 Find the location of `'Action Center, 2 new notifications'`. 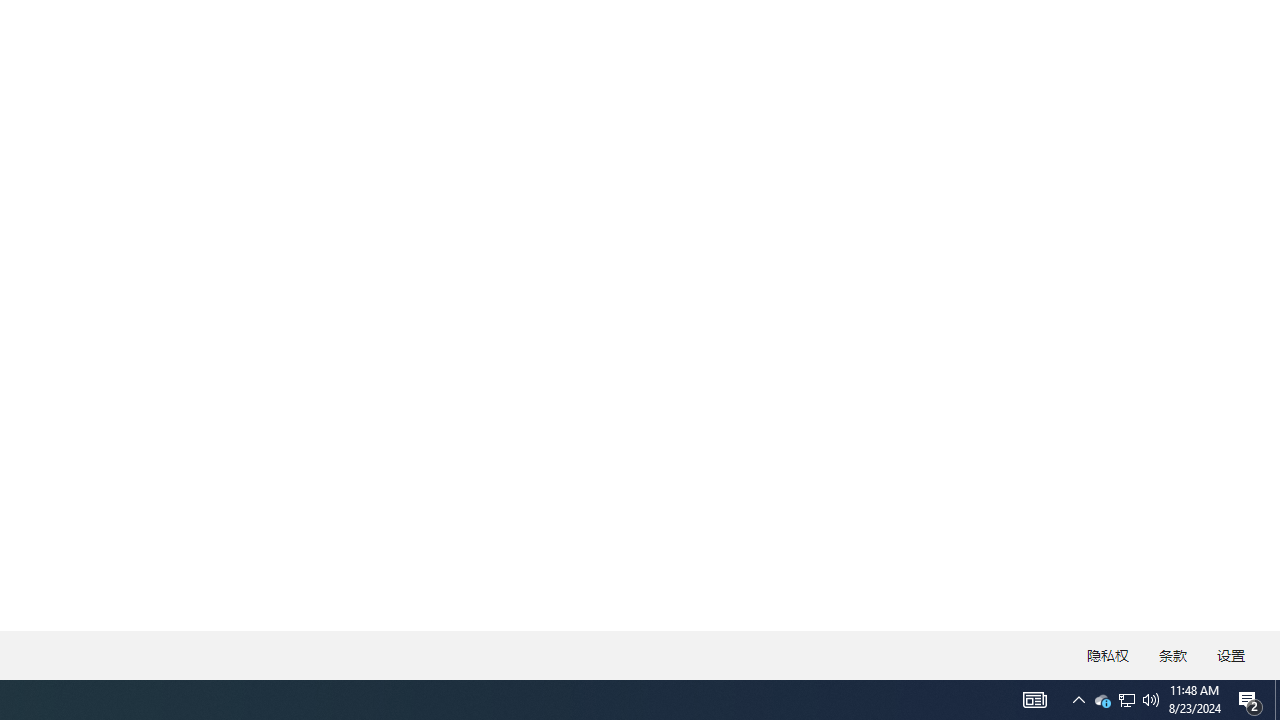

'Action Center, 2 new notifications' is located at coordinates (1250, 698).